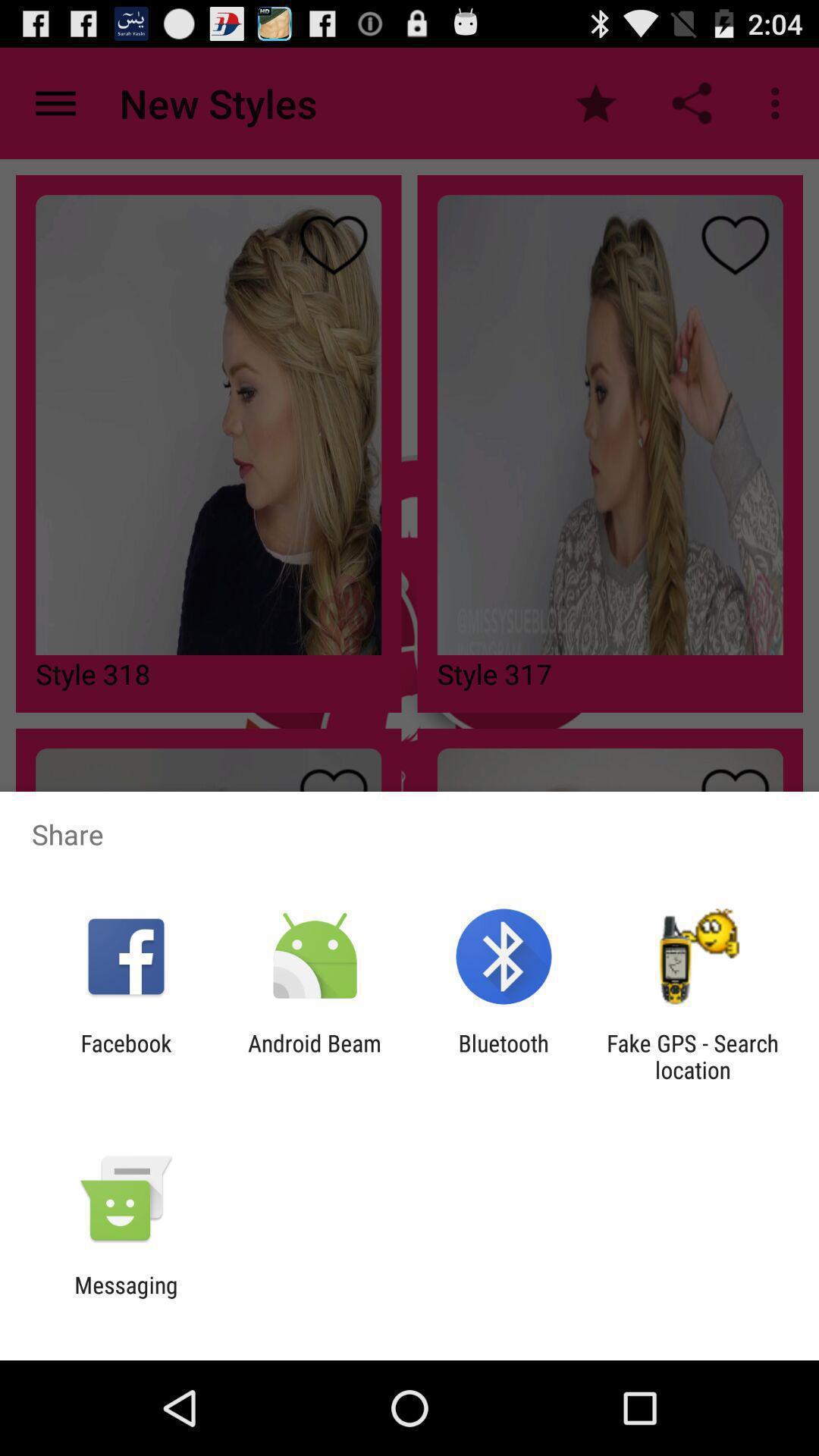  Describe the element at coordinates (504, 1056) in the screenshot. I see `the bluetooth` at that location.